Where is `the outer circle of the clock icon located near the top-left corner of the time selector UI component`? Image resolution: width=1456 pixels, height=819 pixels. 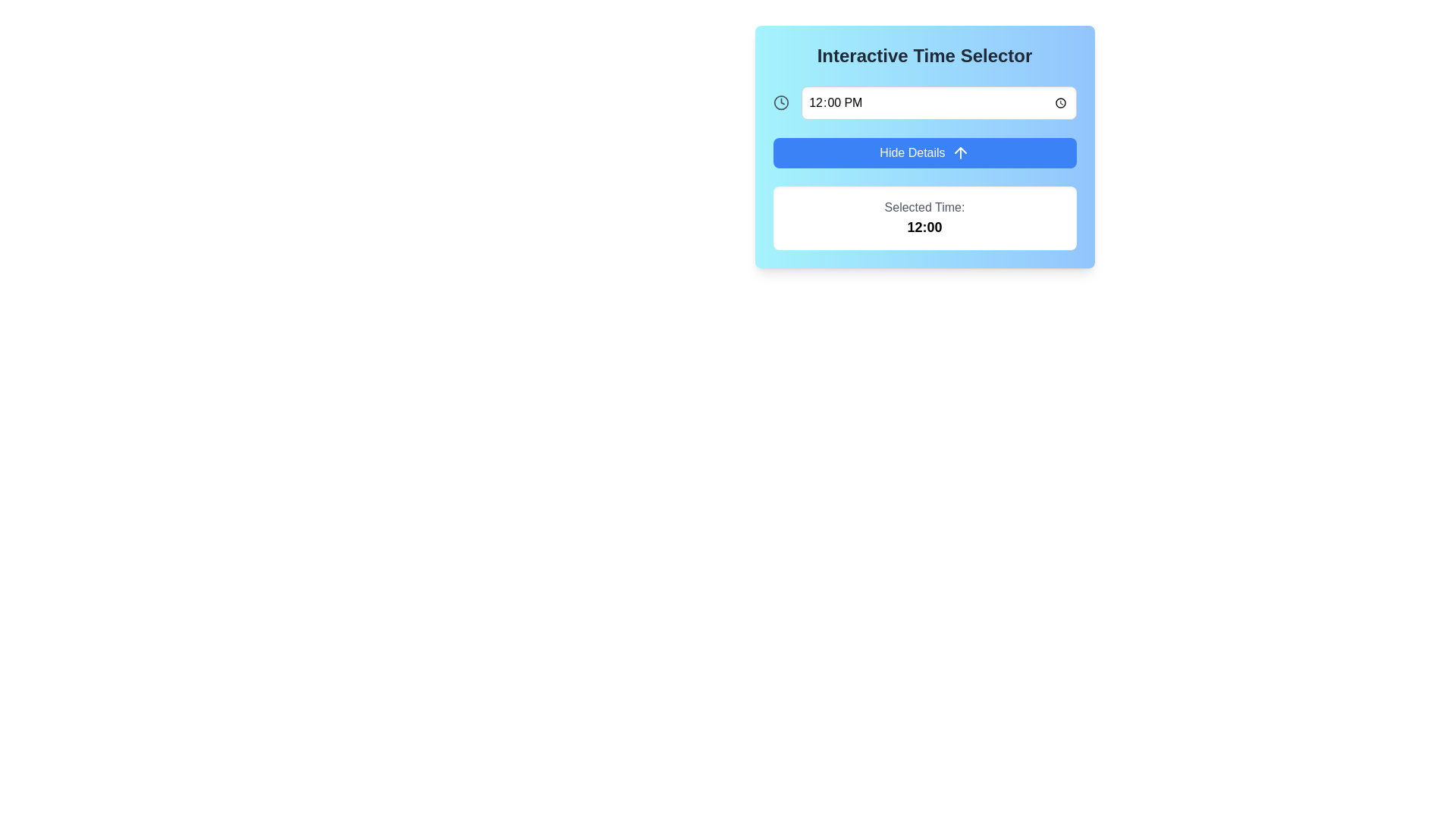 the outer circle of the clock icon located near the top-left corner of the time selector UI component is located at coordinates (781, 102).